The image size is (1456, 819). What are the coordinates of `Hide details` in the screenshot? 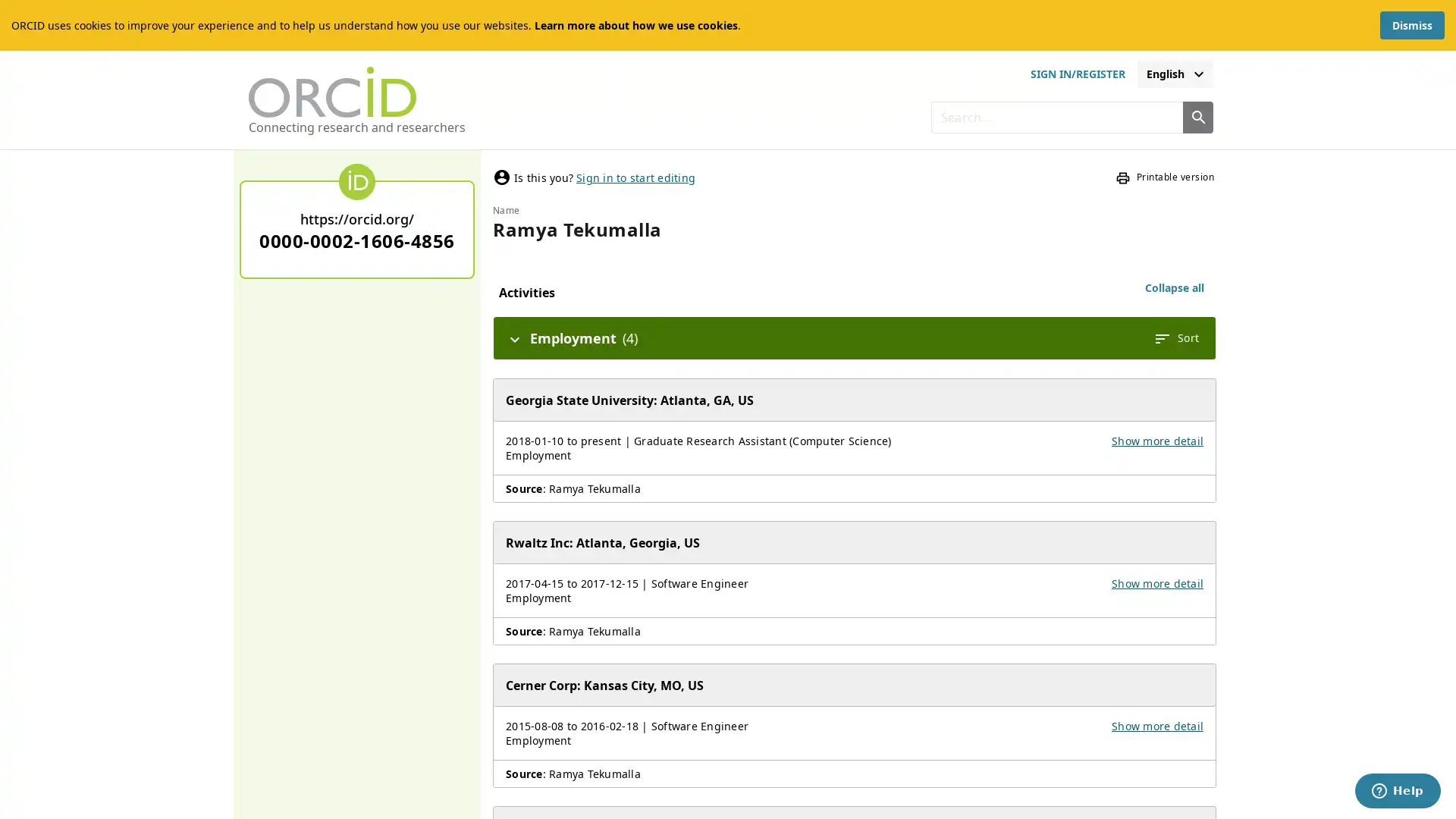 It's located at (514, 337).